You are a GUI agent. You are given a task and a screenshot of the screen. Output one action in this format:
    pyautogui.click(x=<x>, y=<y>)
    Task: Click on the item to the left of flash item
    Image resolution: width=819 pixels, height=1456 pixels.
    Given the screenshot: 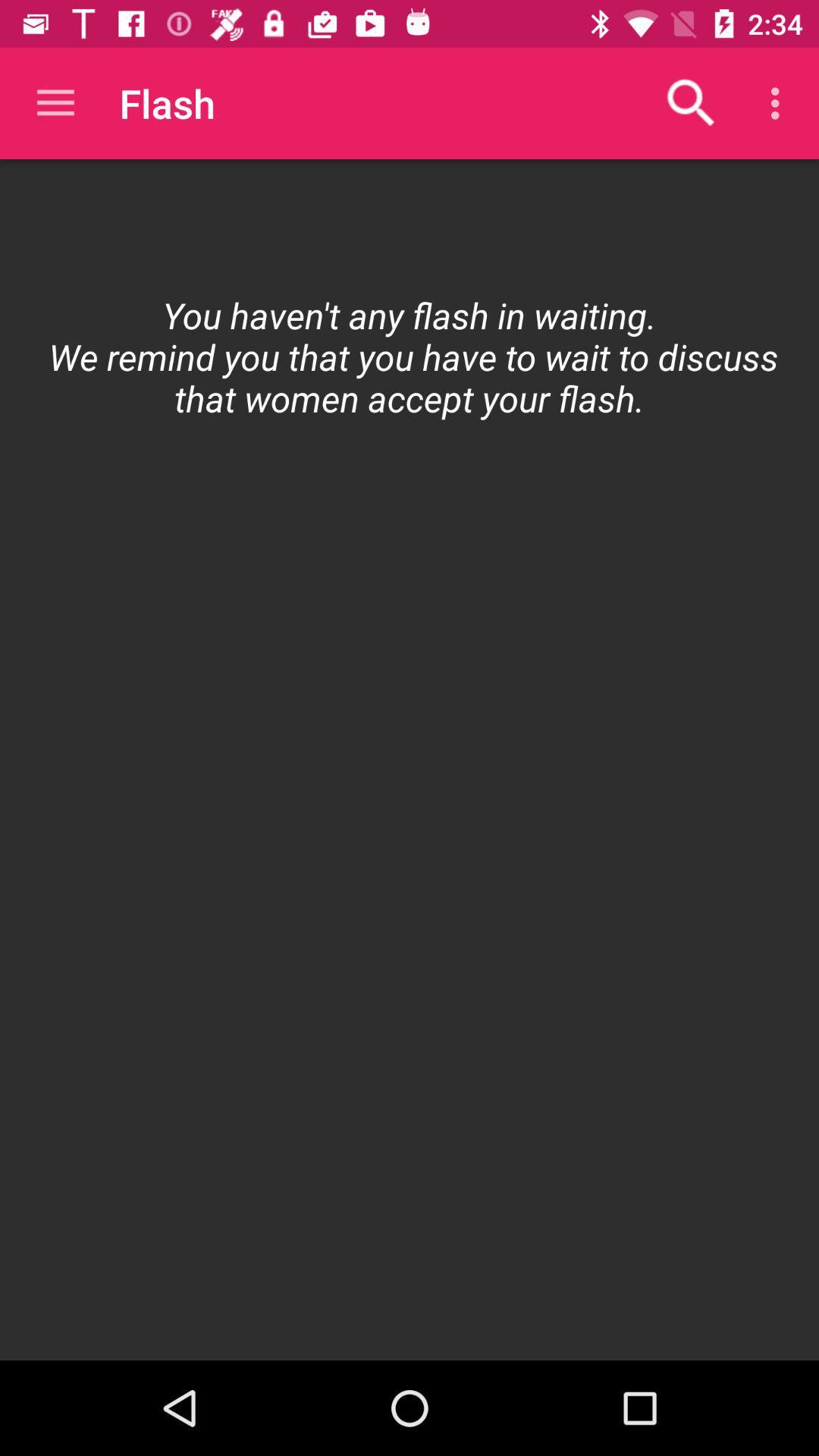 What is the action you would take?
    pyautogui.click(x=55, y=102)
    